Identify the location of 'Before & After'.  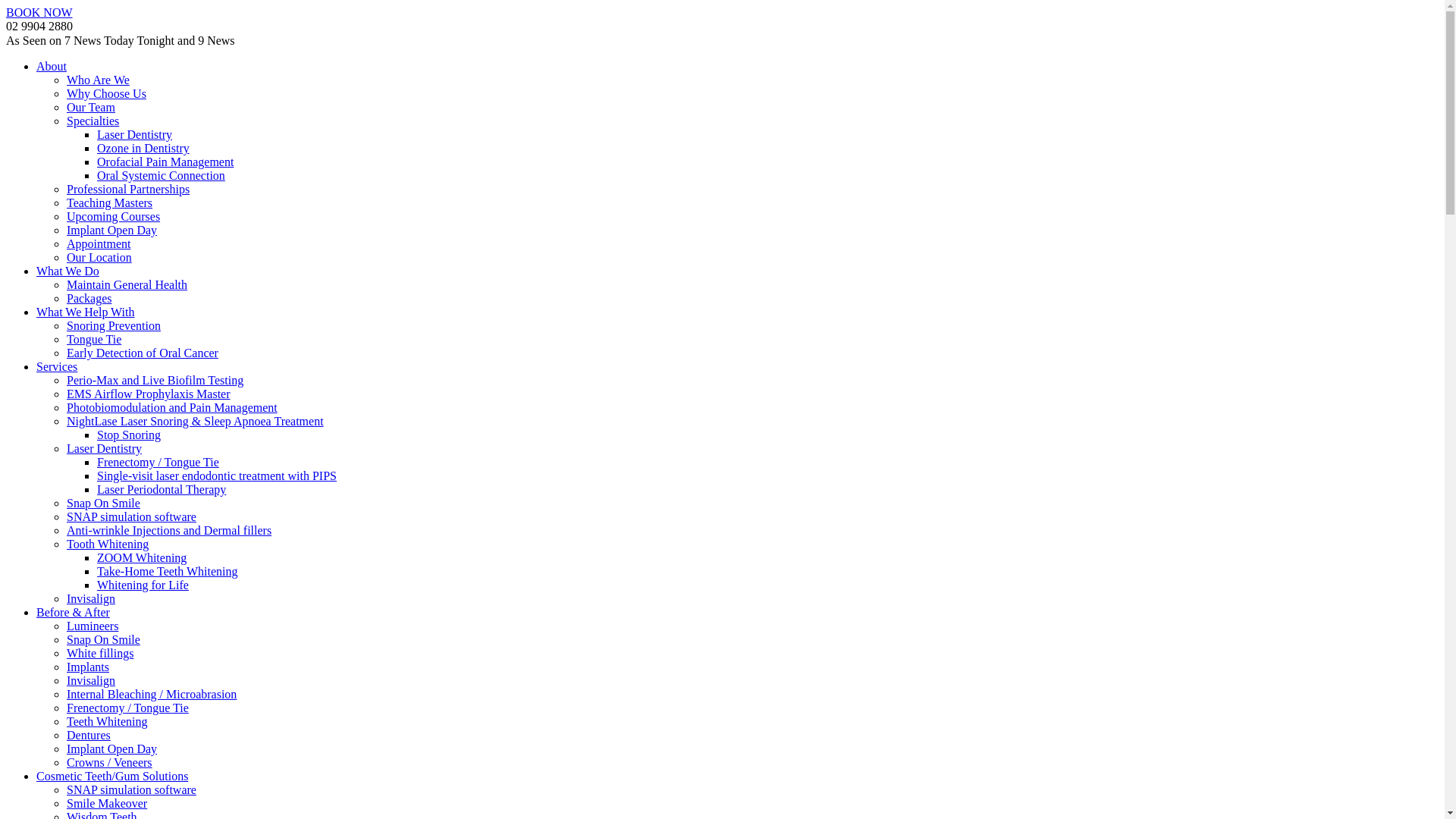
(72, 611).